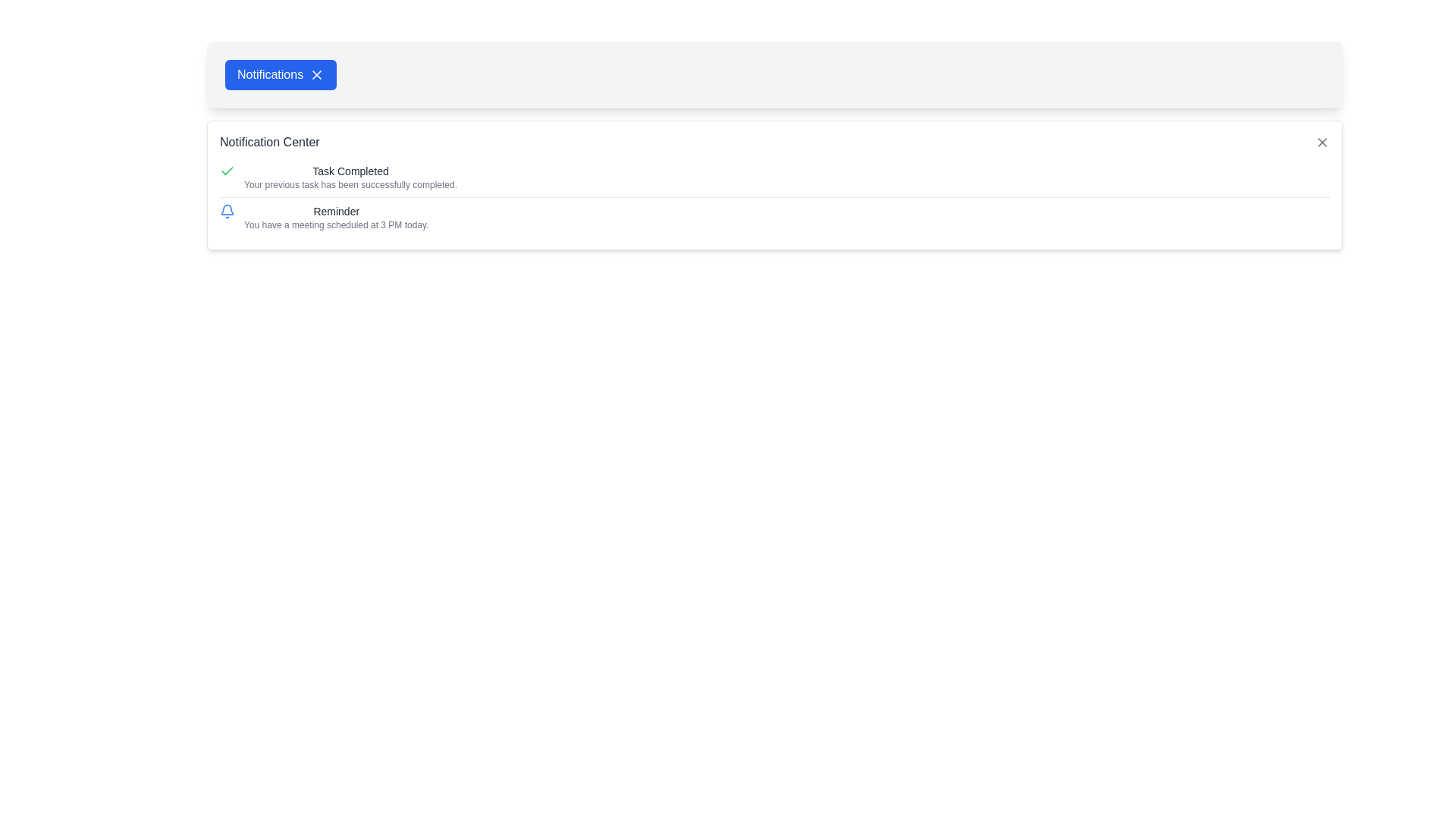  What do you see at coordinates (1321, 143) in the screenshot?
I see `the close button represented by an 'X' icon with gray colors and rounded edges, located at the top-right corner of the 'Notification Center' panel` at bounding box center [1321, 143].